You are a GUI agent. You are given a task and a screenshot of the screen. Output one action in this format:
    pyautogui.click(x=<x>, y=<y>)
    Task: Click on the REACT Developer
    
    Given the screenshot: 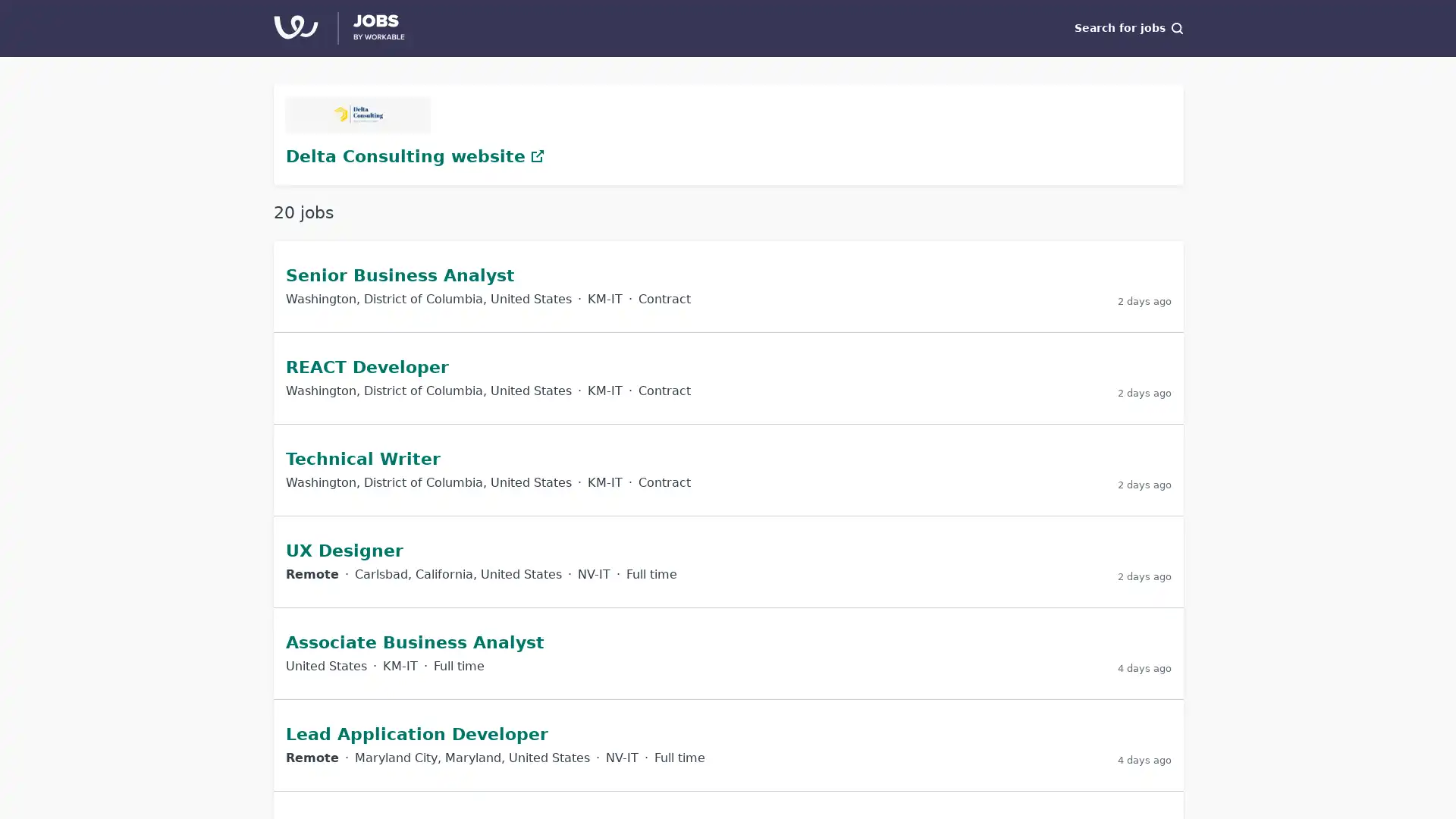 What is the action you would take?
    pyautogui.click(x=367, y=366)
    